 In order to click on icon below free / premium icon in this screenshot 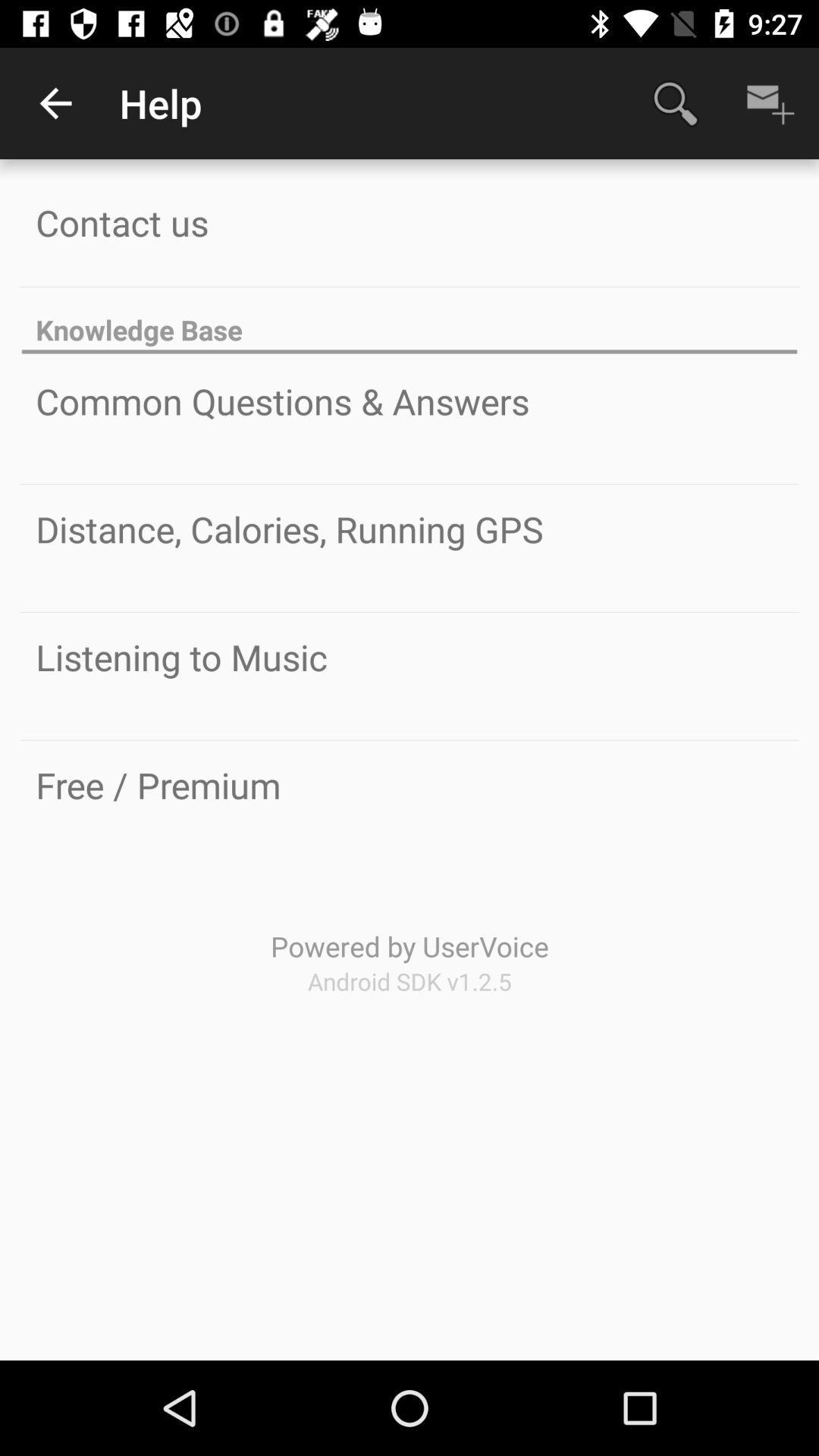, I will do `click(409, 946)`.